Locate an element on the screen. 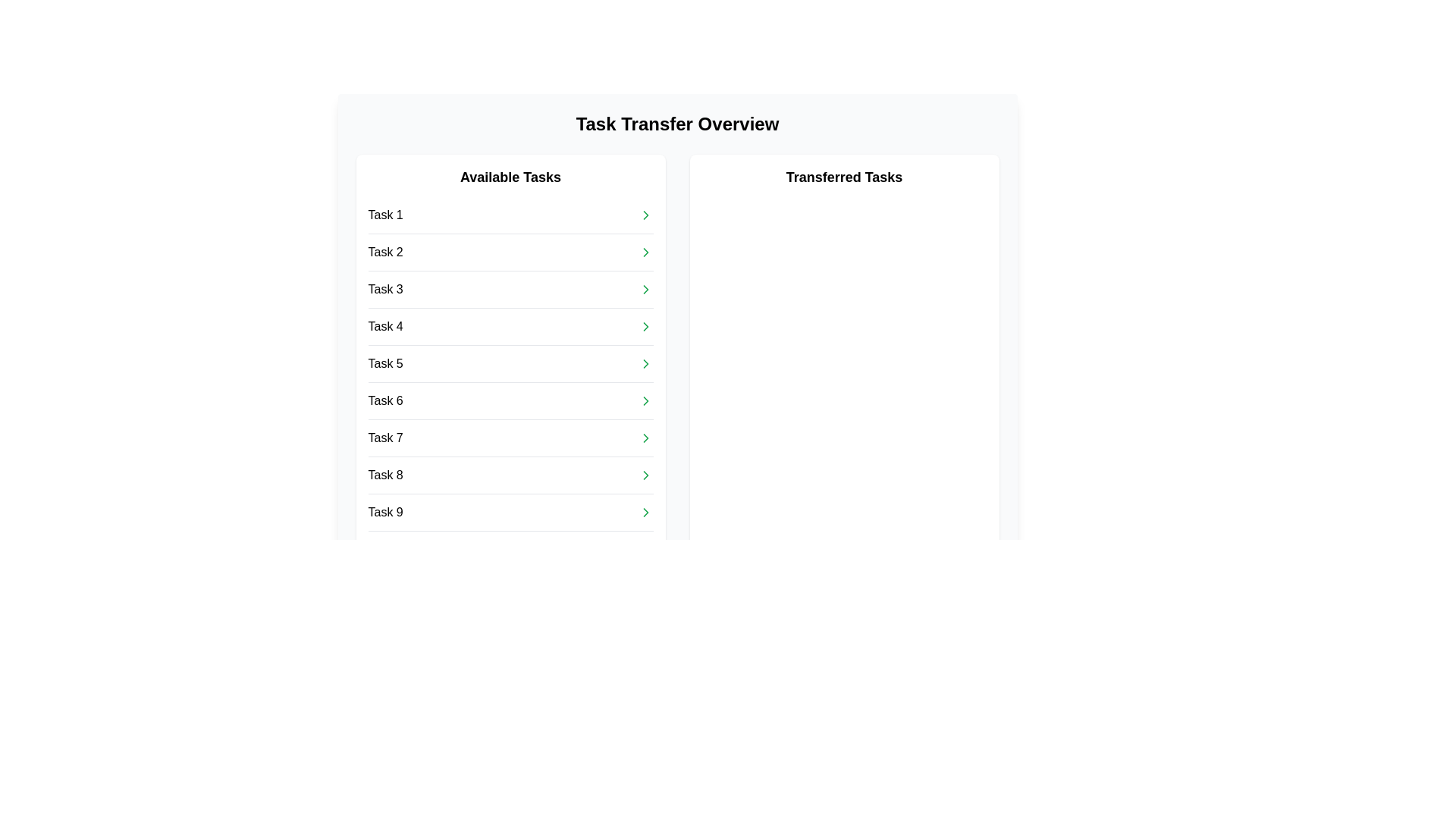  the right-facing chevron icon next to 'Task 2' in the 'Available Tasks' list is located at coordinates (645, 251).